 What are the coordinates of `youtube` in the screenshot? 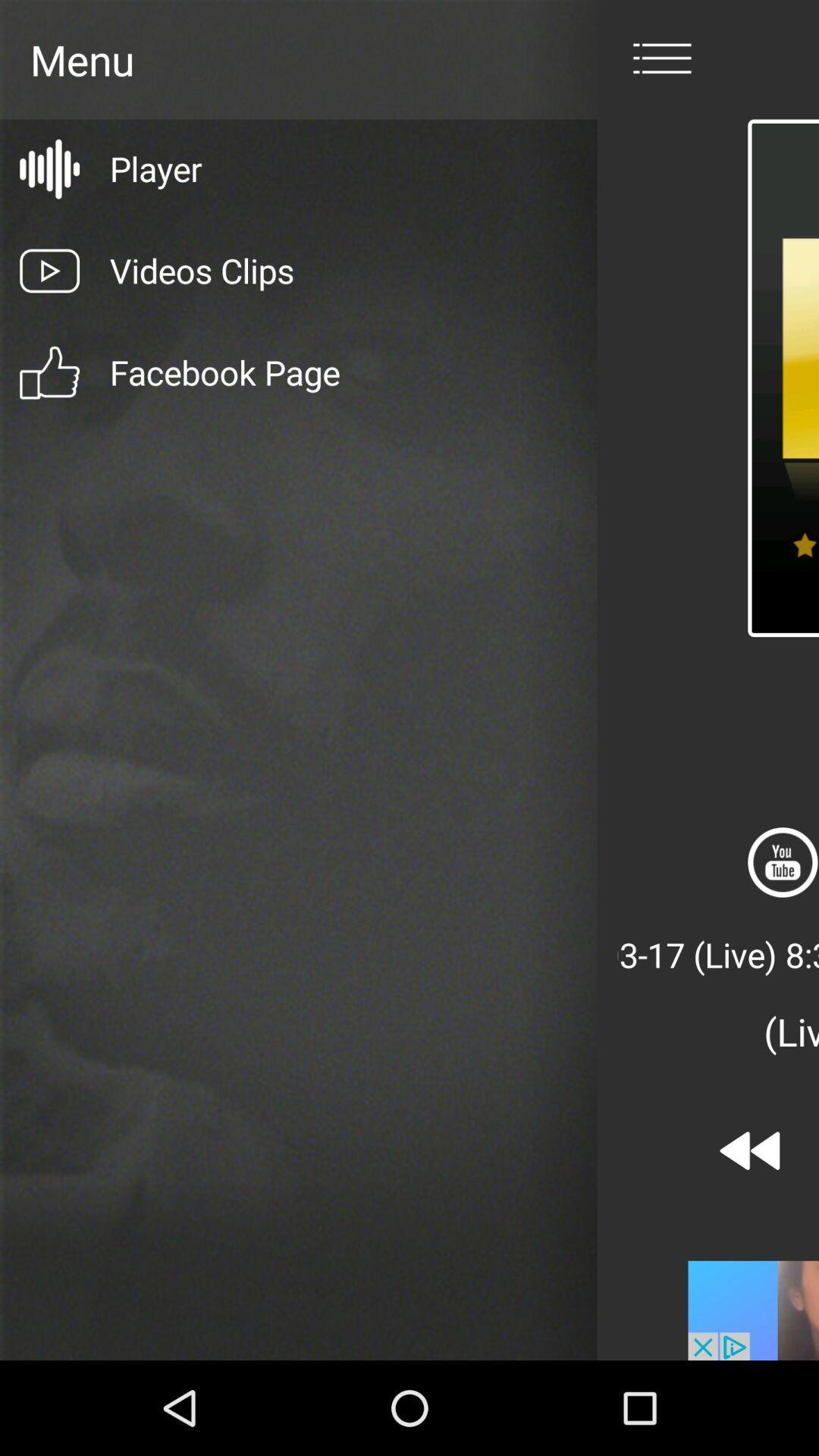 It's located at (783, 862).